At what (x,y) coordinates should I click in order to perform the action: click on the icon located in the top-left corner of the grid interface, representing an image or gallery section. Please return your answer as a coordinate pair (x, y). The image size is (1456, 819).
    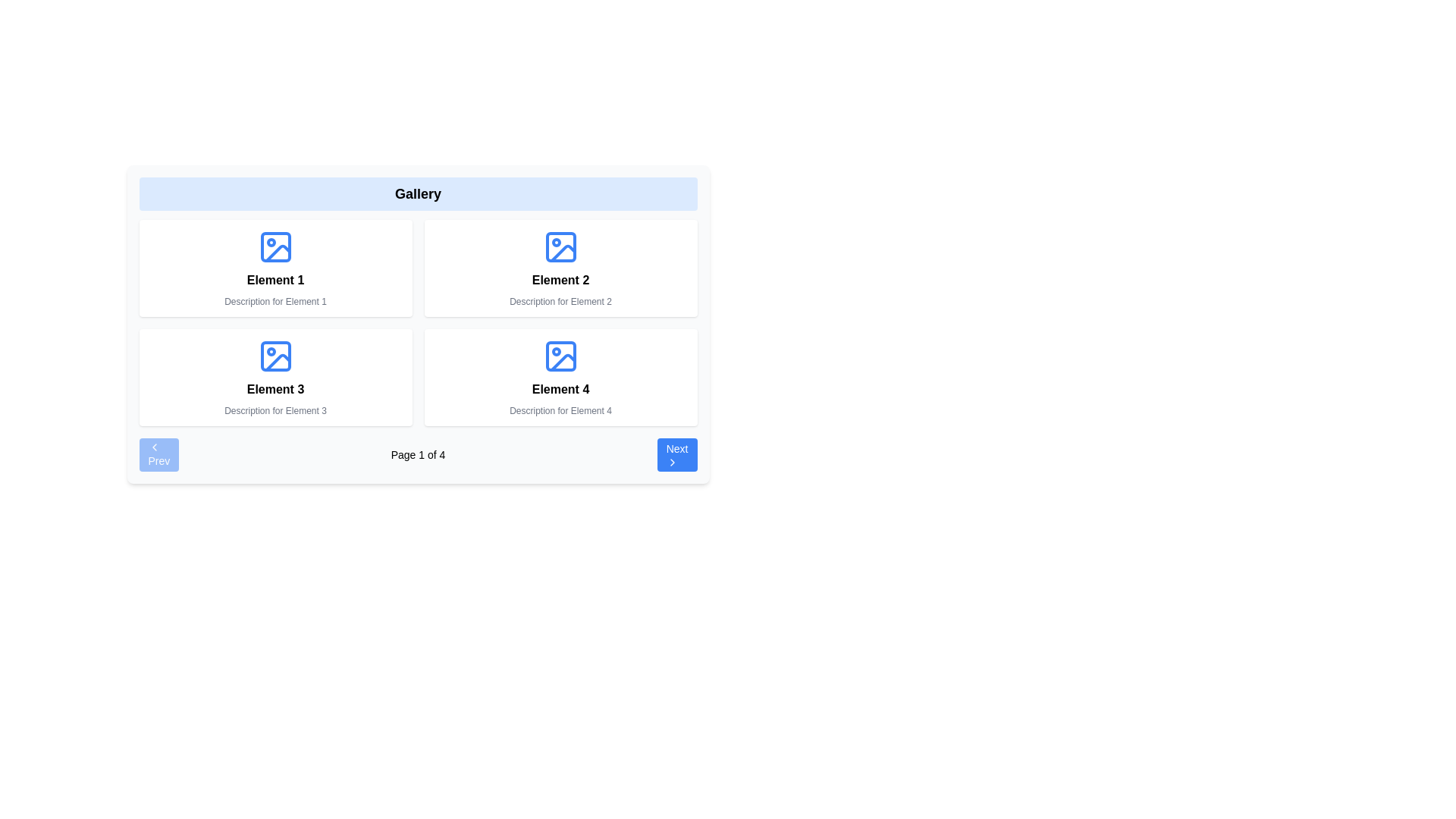
    Looking at the image, I should click on (275, 246).